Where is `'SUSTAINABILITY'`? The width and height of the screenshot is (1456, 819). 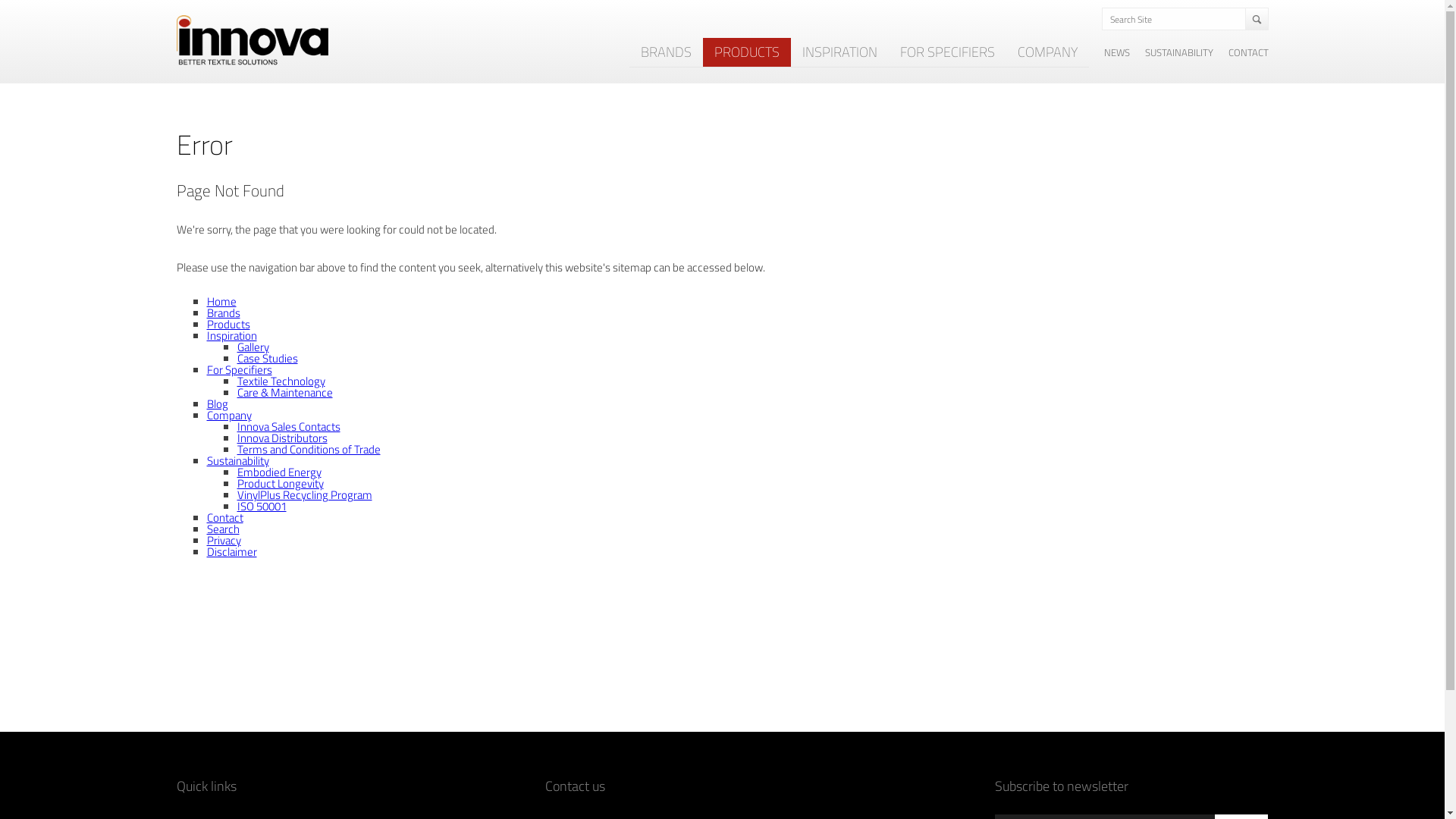 'SUSTAINABILITY' is located at coordinates (1178, 52).